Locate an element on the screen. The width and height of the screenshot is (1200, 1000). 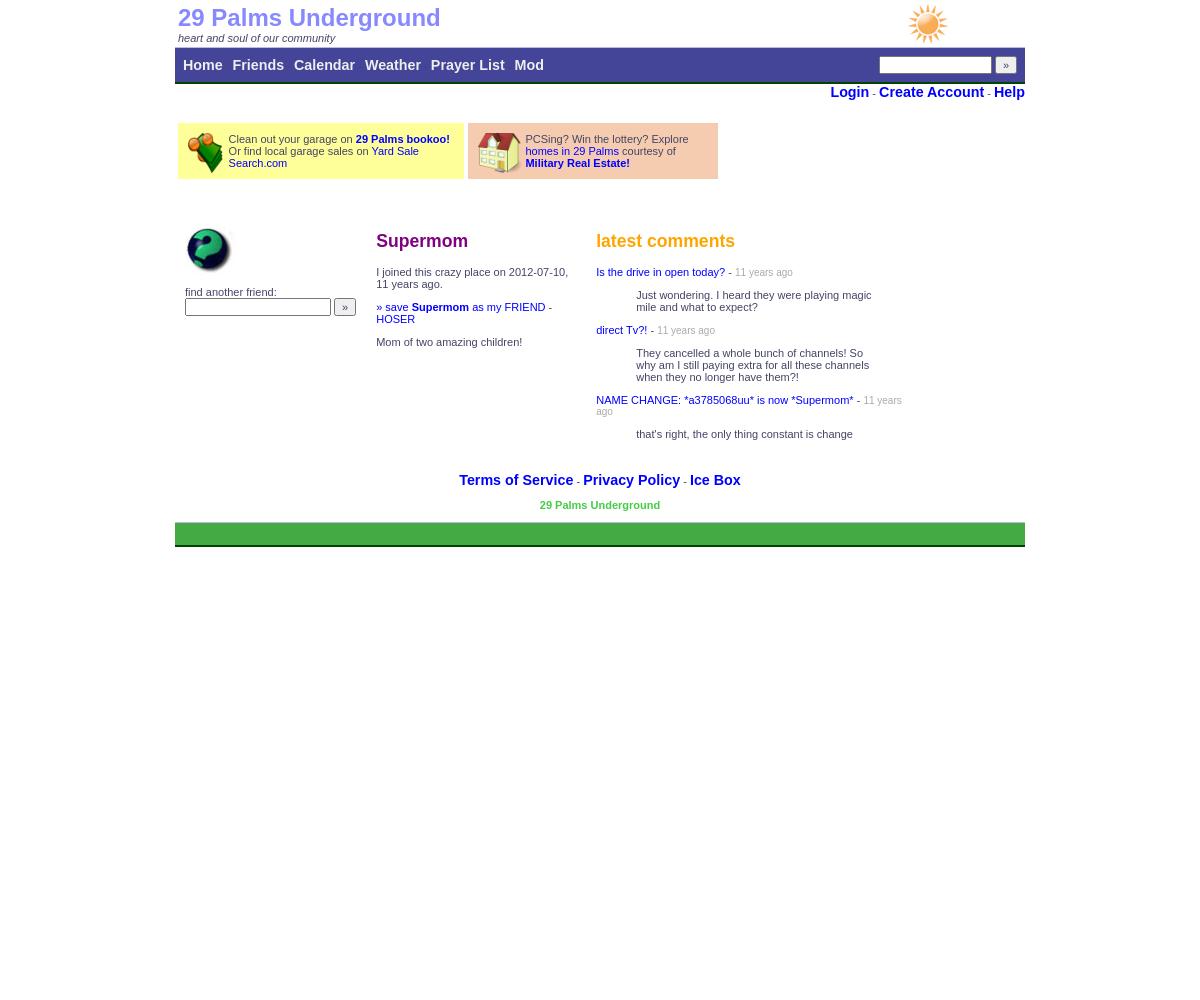
'Yard Sale Search.com' is located at coordinates (323, 157).